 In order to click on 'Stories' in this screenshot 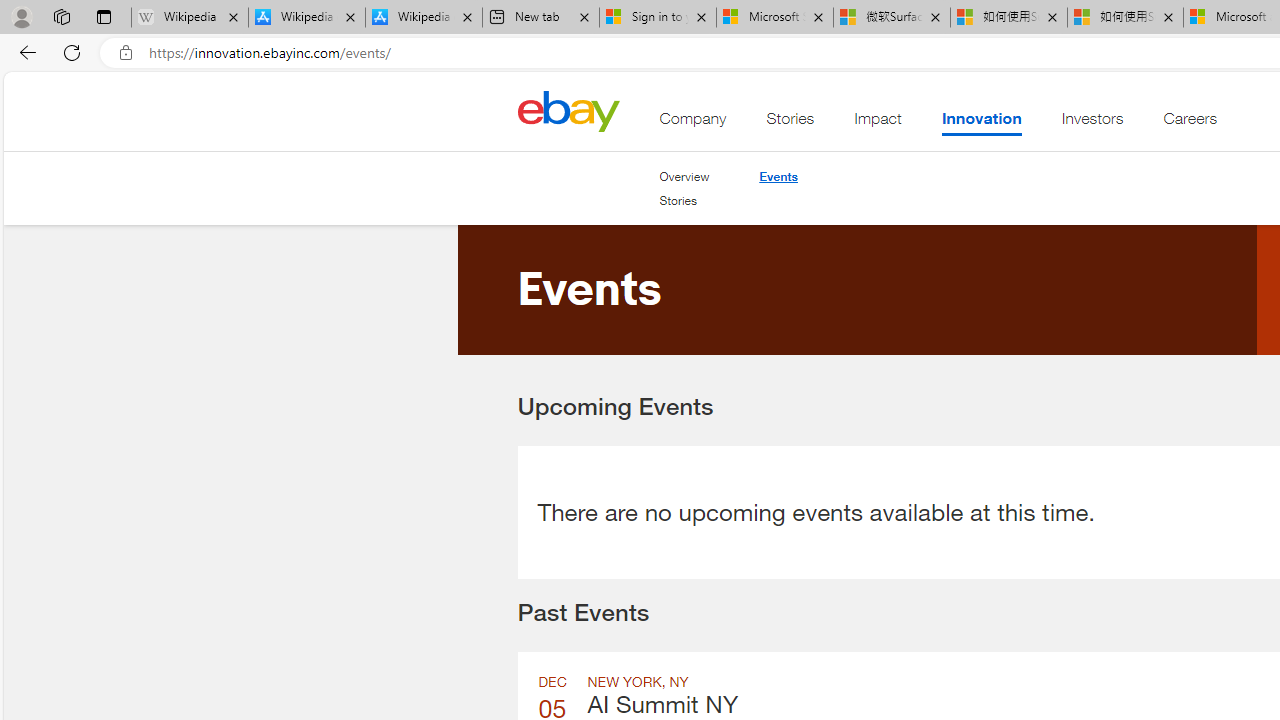, I will do `click(678, 200)`.